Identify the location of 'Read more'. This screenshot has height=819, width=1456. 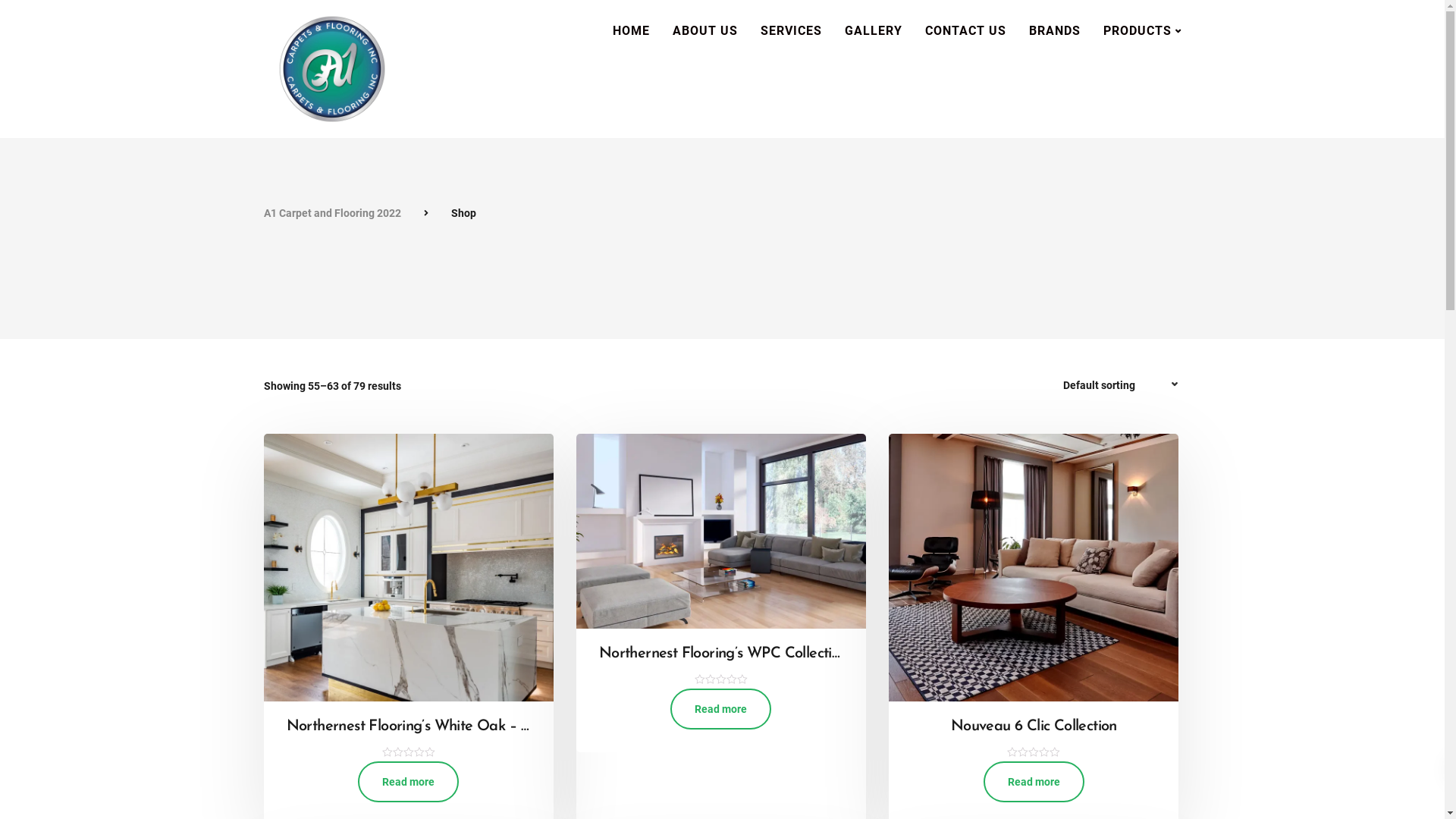
(720, 708).